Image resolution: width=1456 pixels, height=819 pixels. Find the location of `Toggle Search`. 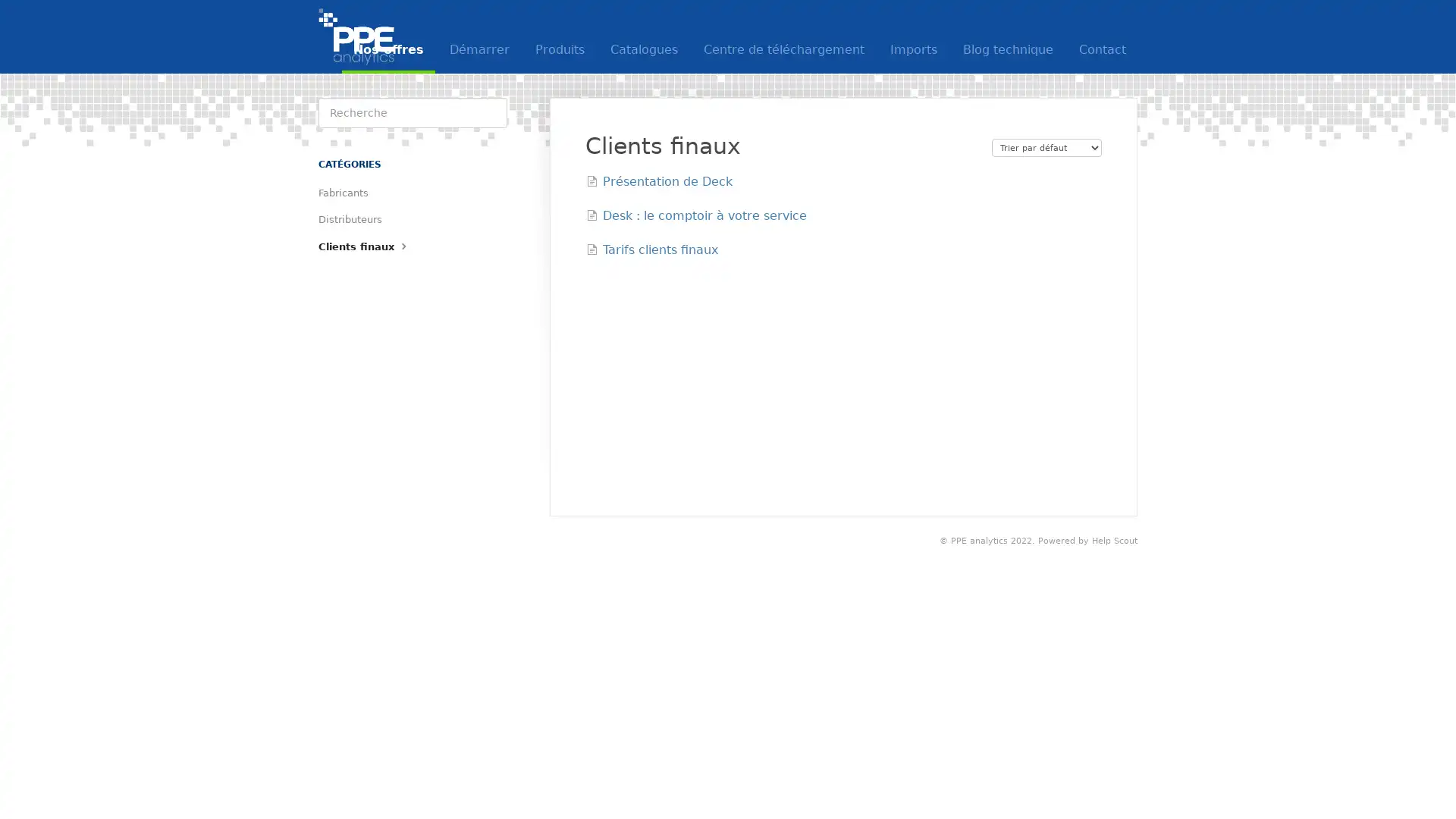

Toggle Search is located at coordinates (491, 112).